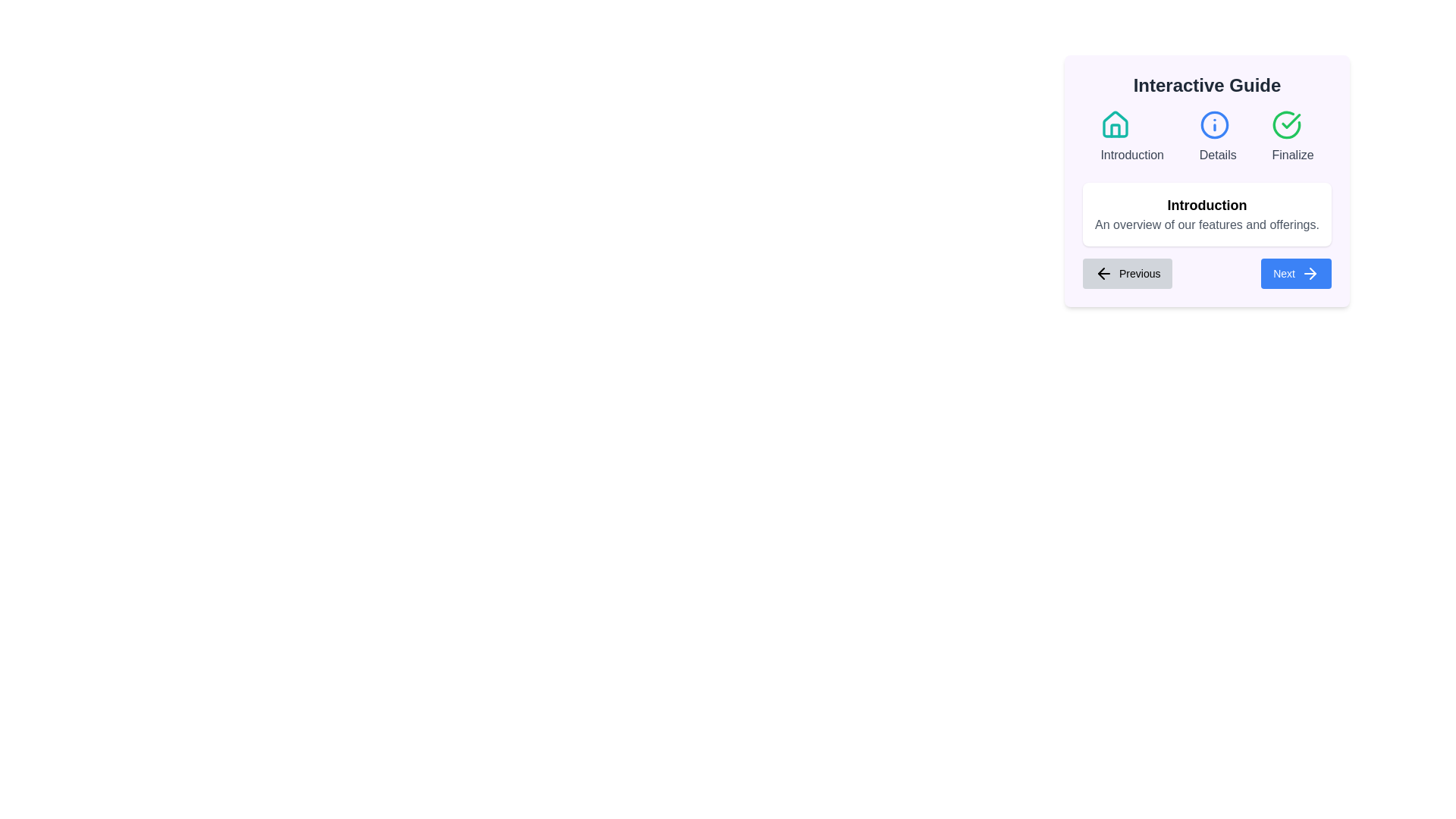  Describe the element at coordinates (1294, 274) in the screenshot. I see `the Next button to navigate between steps` at that location.